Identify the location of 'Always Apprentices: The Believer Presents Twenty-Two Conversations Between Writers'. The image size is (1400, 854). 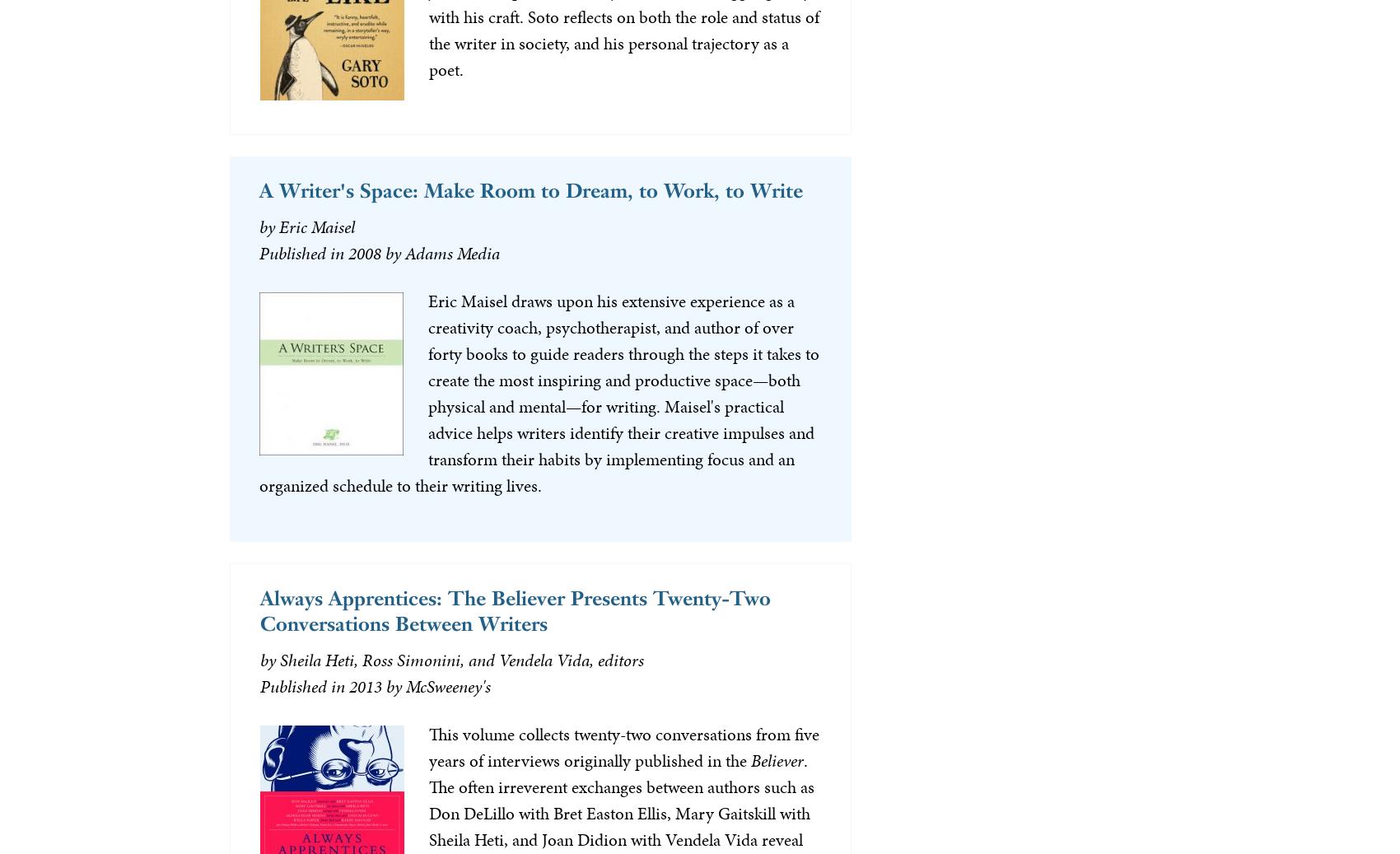
(513, 610).